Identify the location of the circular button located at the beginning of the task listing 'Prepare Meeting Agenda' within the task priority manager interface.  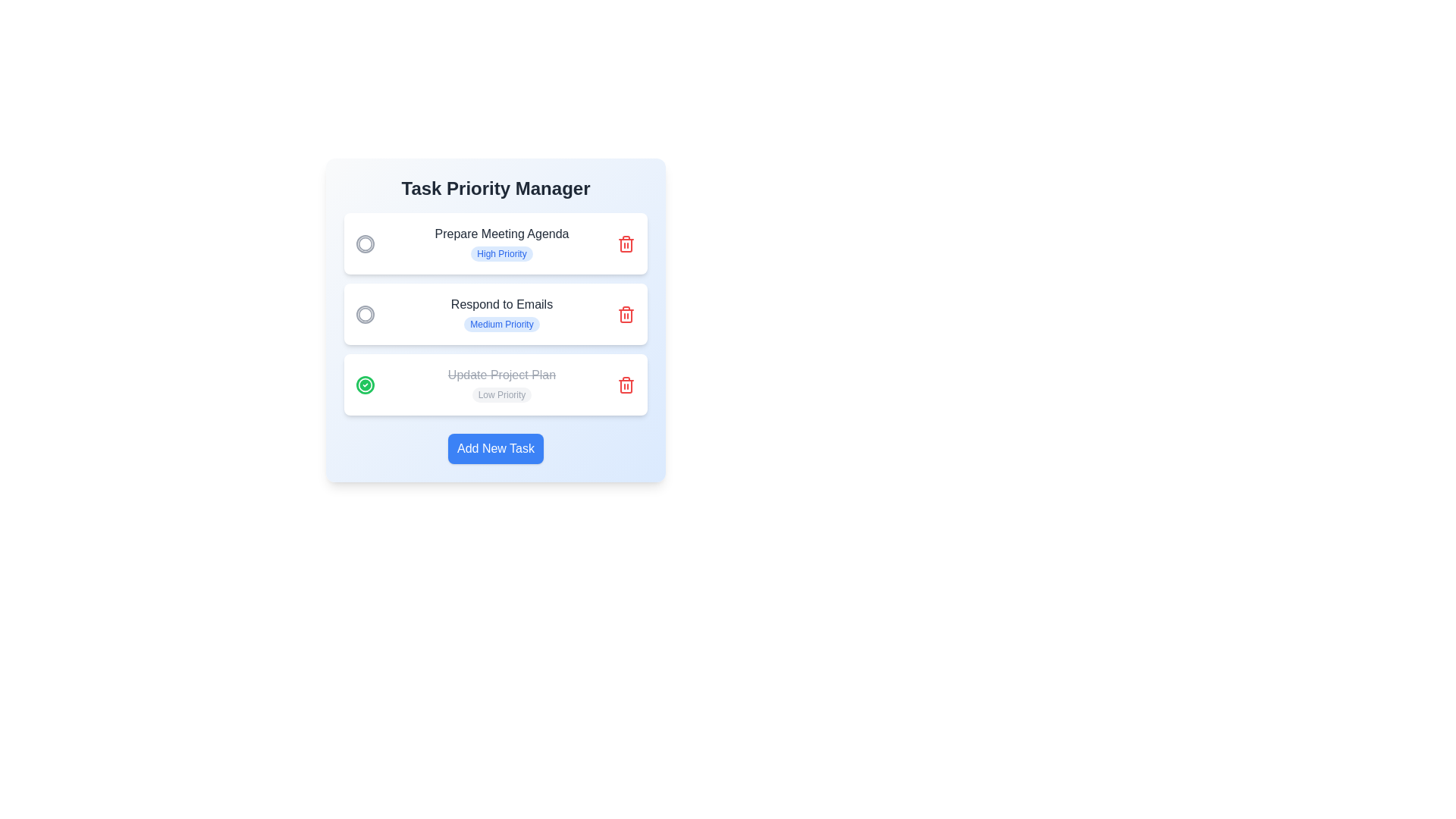
(365, 243).